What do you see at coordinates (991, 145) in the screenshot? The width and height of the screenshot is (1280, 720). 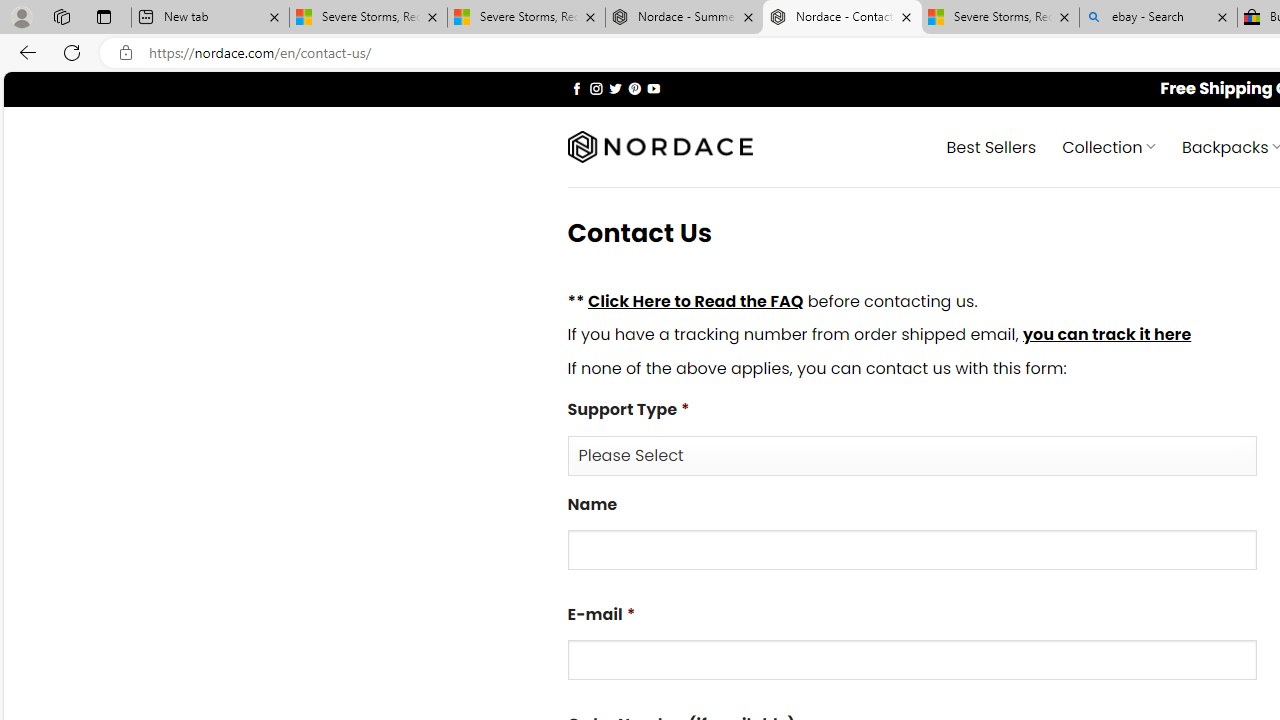 I see `'  Best Sellers'` at bounding box center [991, 145].